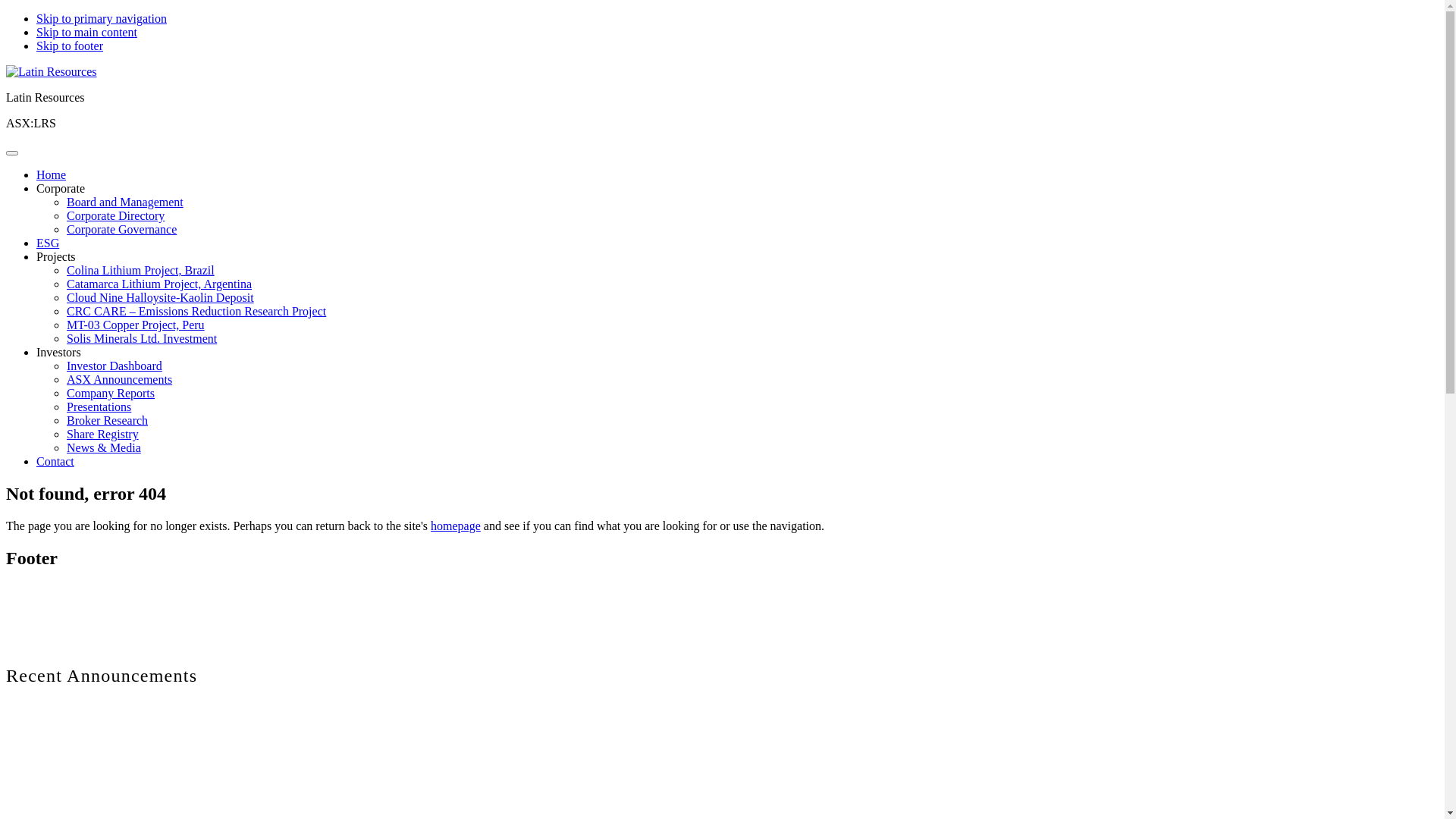 This screenshot has height=819, width=1456. Describe the element at coordinates (121, 229) in the screenshot. I see `'Corporate Governance'` at that location.